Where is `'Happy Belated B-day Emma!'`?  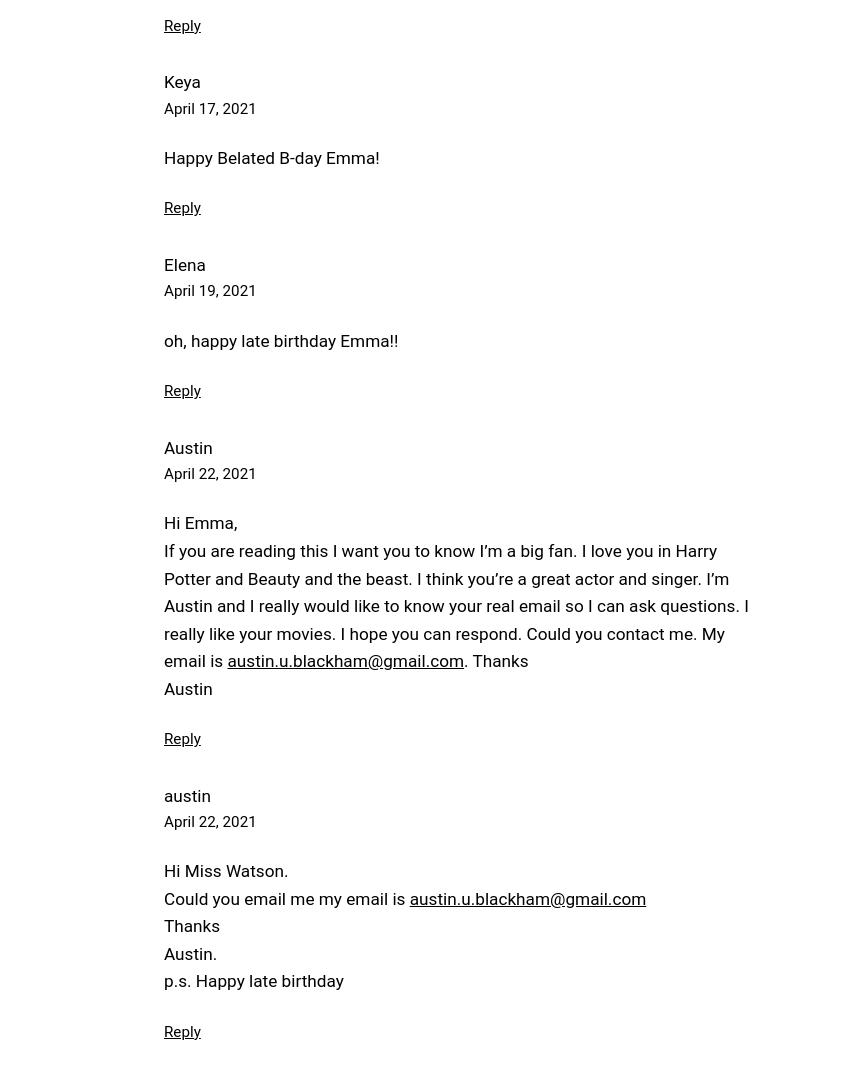 'Happy Belated B-day Emma!' is located at coordinates (163, 156).